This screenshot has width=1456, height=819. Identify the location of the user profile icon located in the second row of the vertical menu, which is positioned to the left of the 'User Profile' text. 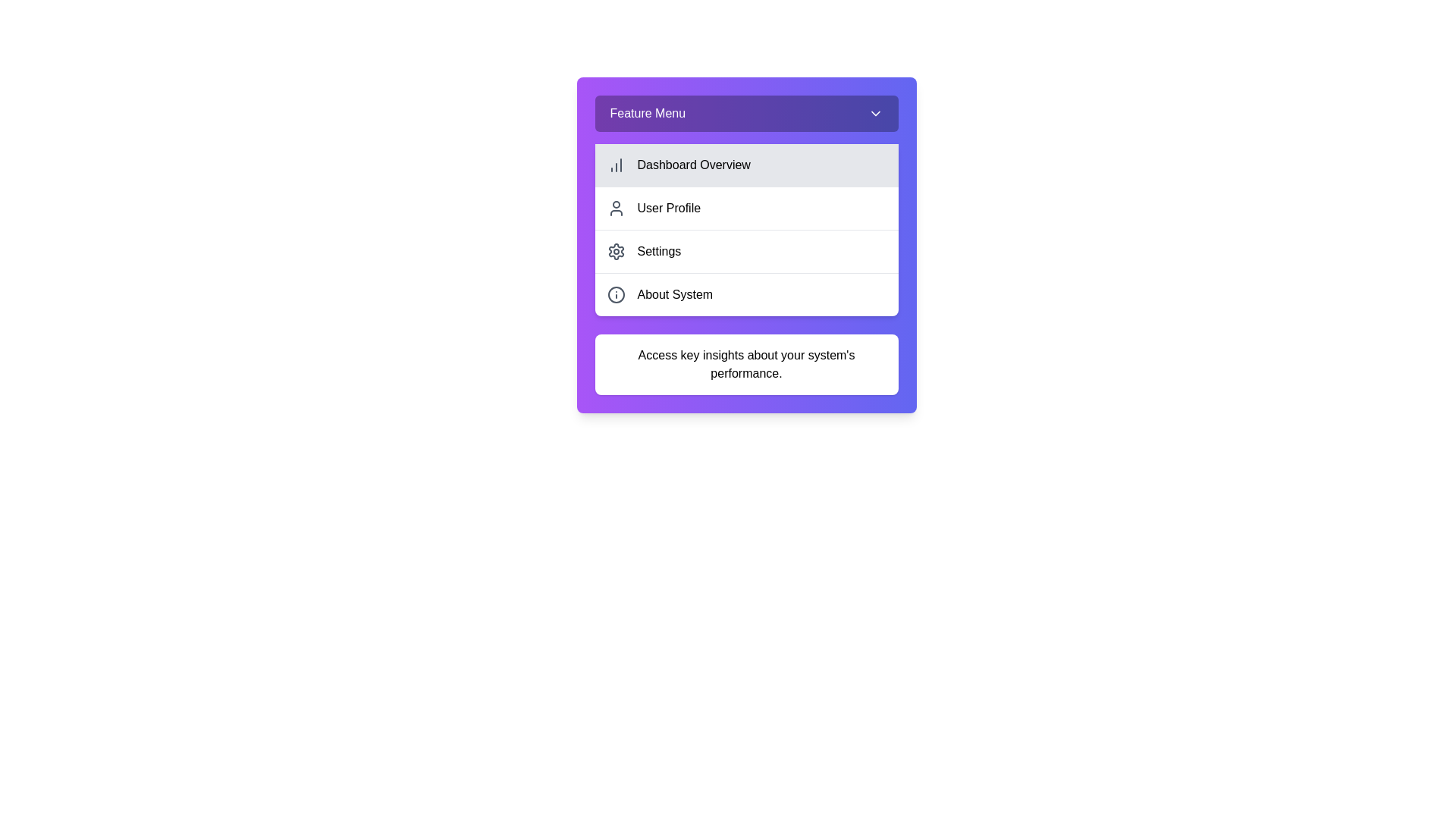
(616, 208).